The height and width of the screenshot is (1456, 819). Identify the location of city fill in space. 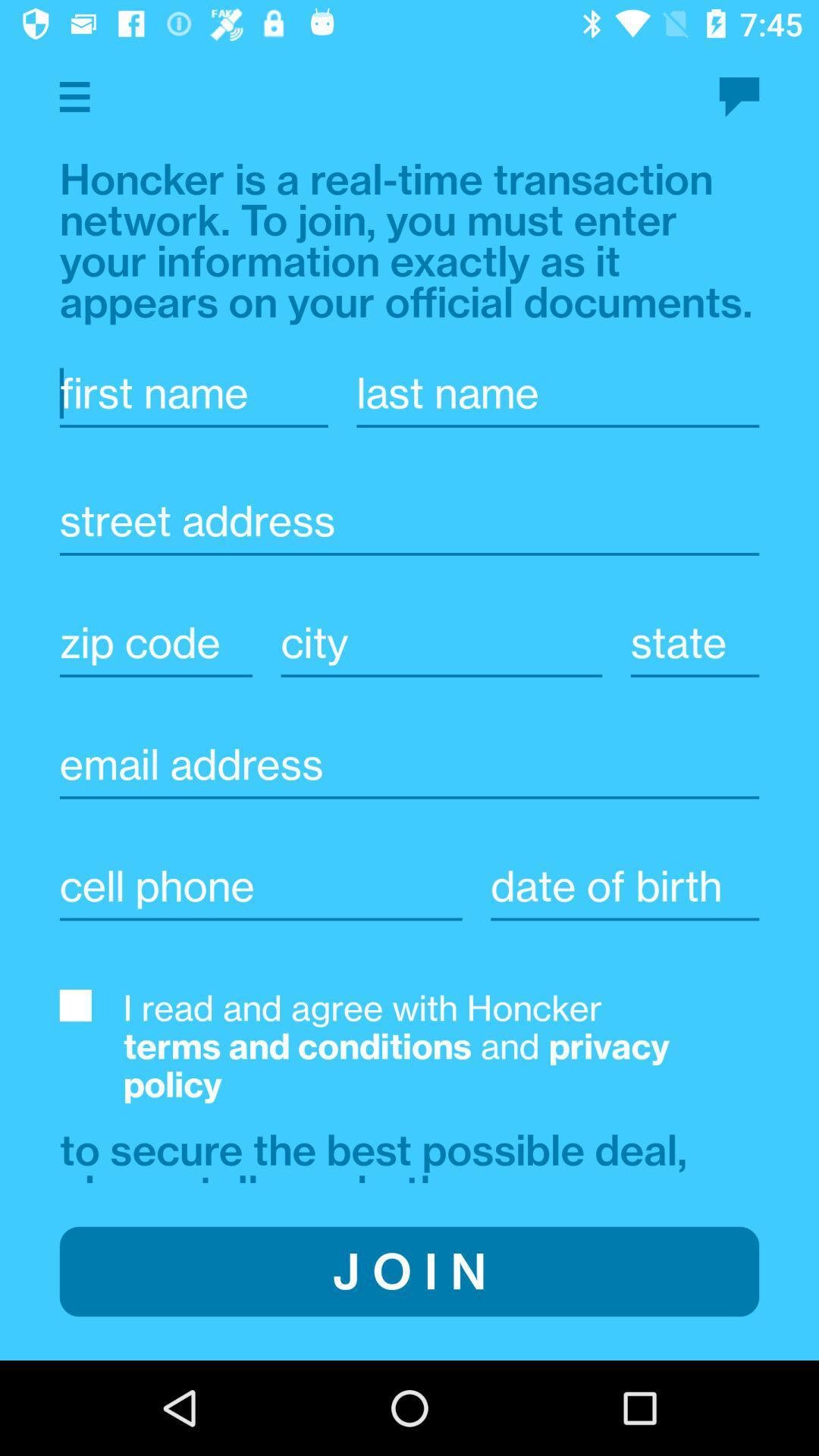
(441, 642).